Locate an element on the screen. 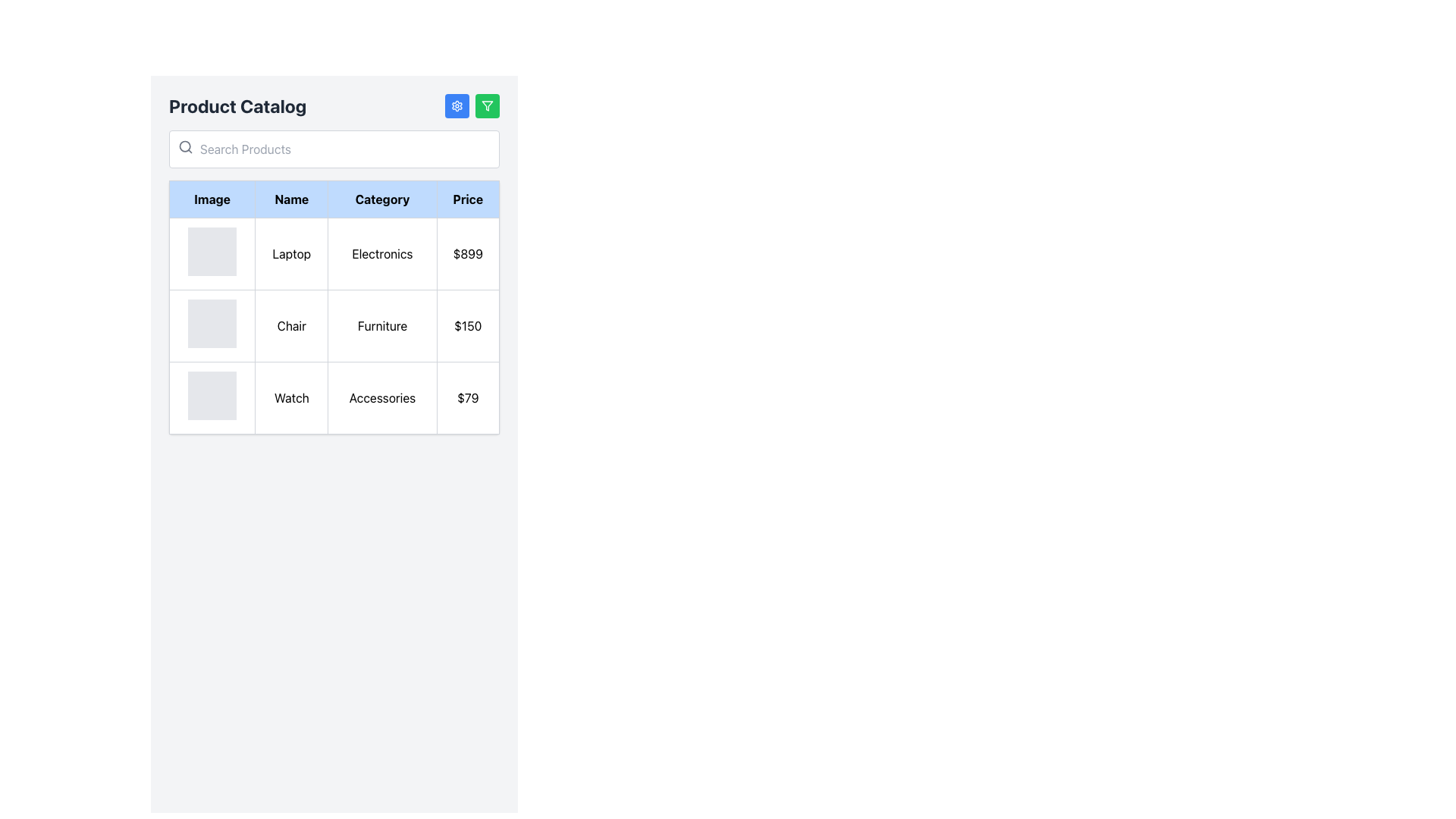 This screenshot has height=819, width=1456. the settings by focusing on the gear-shaped icon with a white outline and blue circular background, located in the top-right corner of the interface is located at coordinates (457, 105).